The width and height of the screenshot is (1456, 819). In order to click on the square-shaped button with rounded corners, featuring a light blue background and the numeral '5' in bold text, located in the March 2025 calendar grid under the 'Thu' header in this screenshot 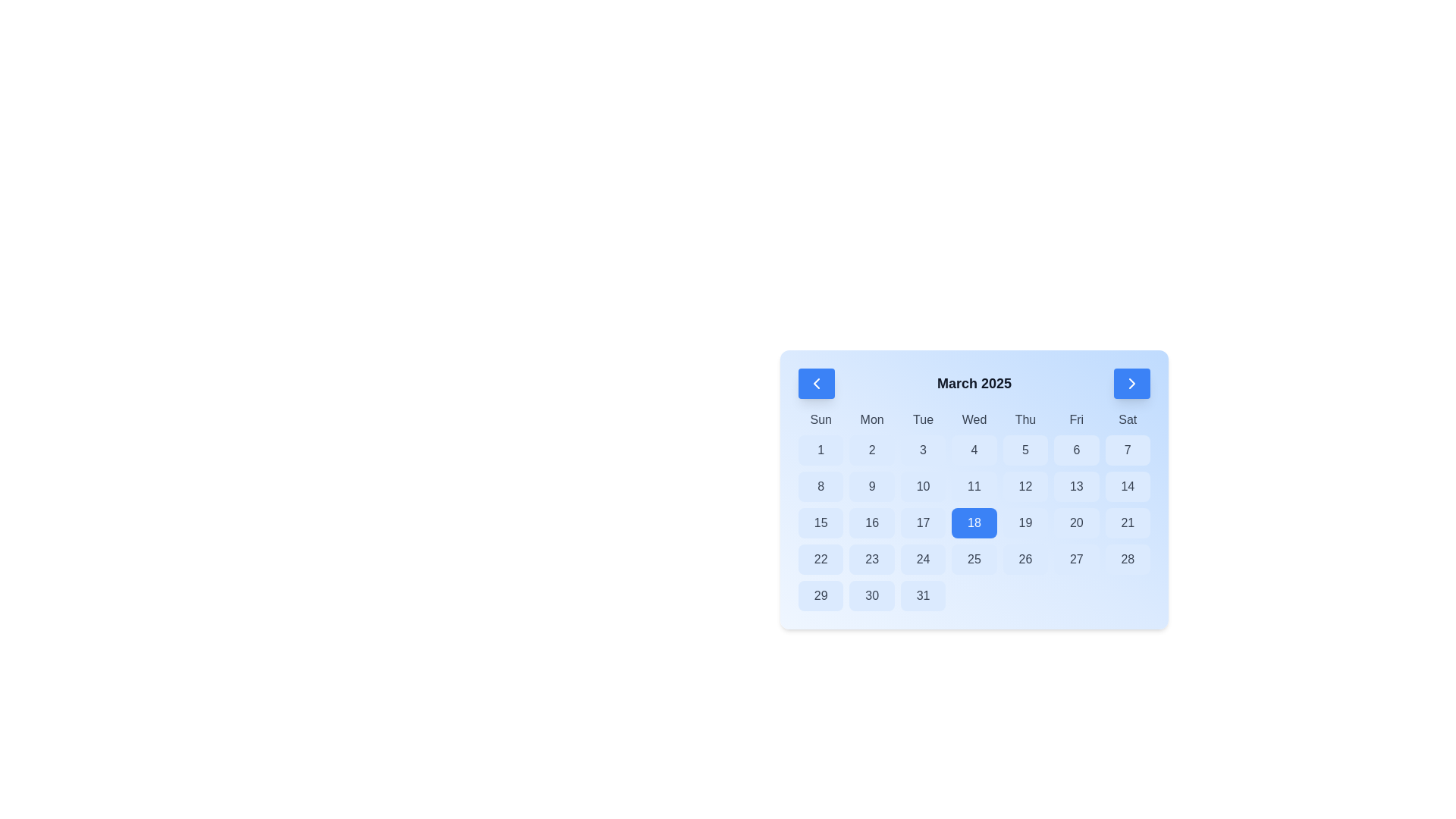, I will do `click(1025, 450)`.